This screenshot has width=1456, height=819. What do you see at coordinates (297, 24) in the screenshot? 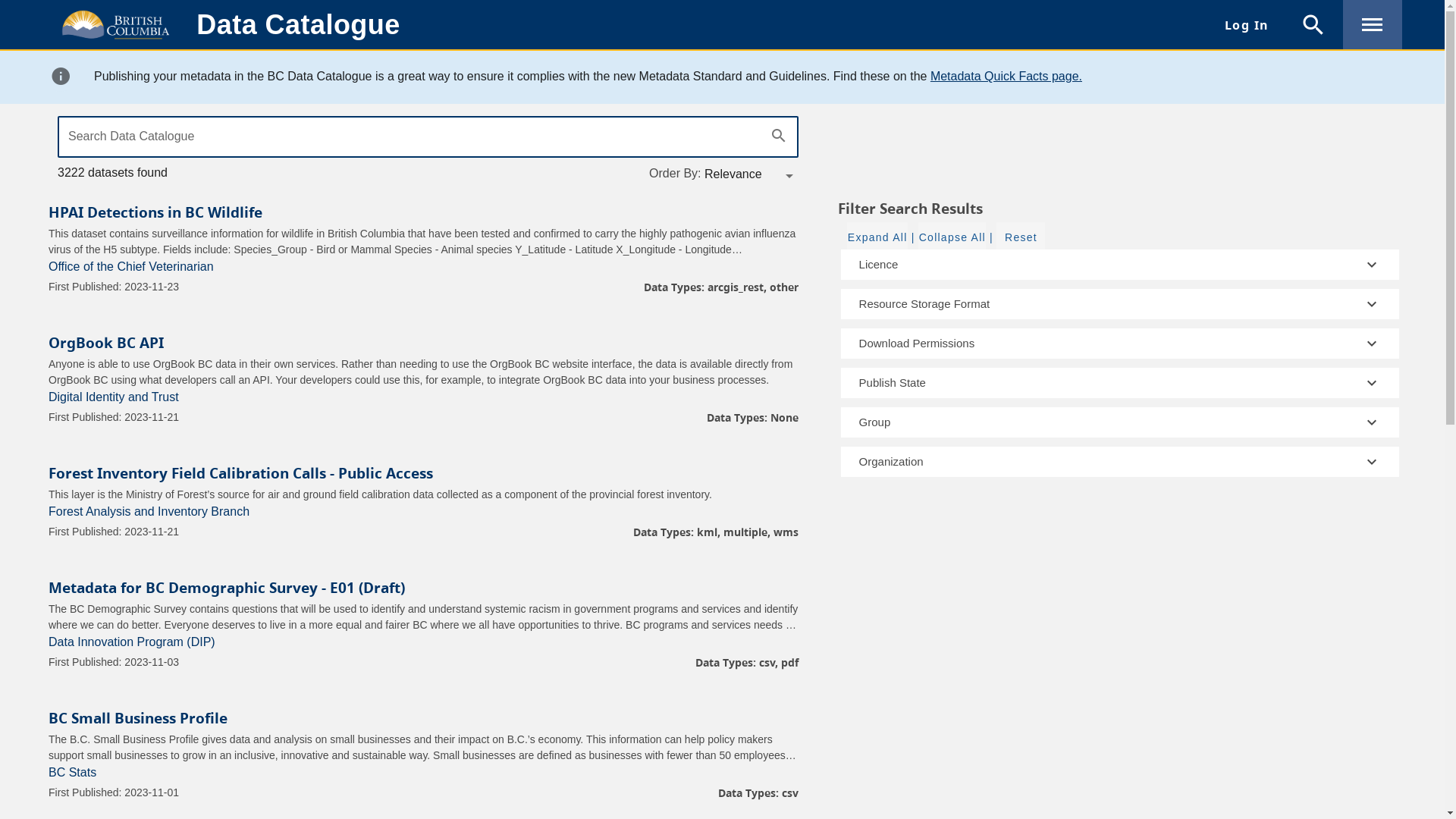
I see `'Data Catalogue'` at bounding box center [297, 24].